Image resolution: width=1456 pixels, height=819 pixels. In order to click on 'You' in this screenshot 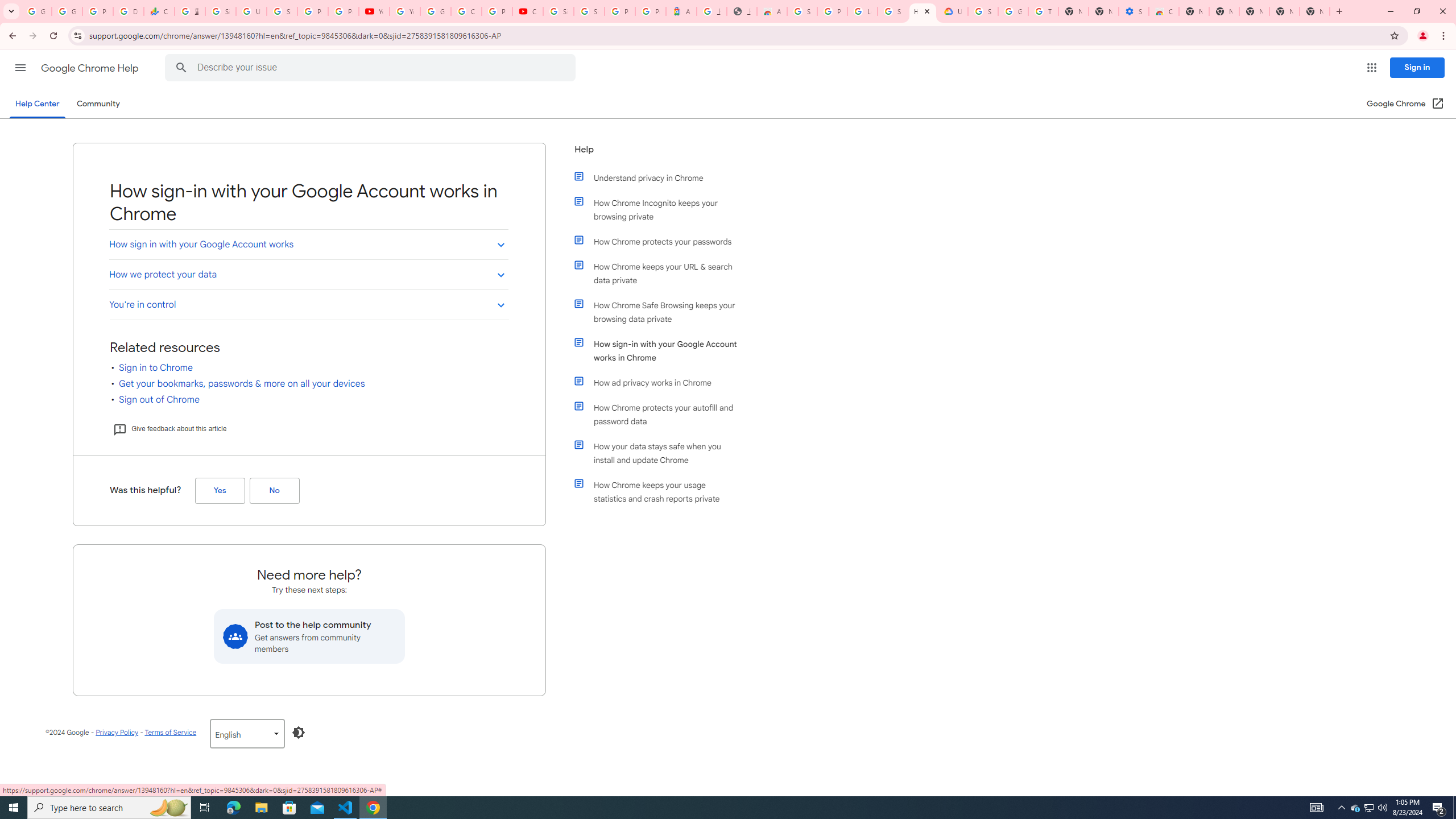, I will do `click(308, 303)`.